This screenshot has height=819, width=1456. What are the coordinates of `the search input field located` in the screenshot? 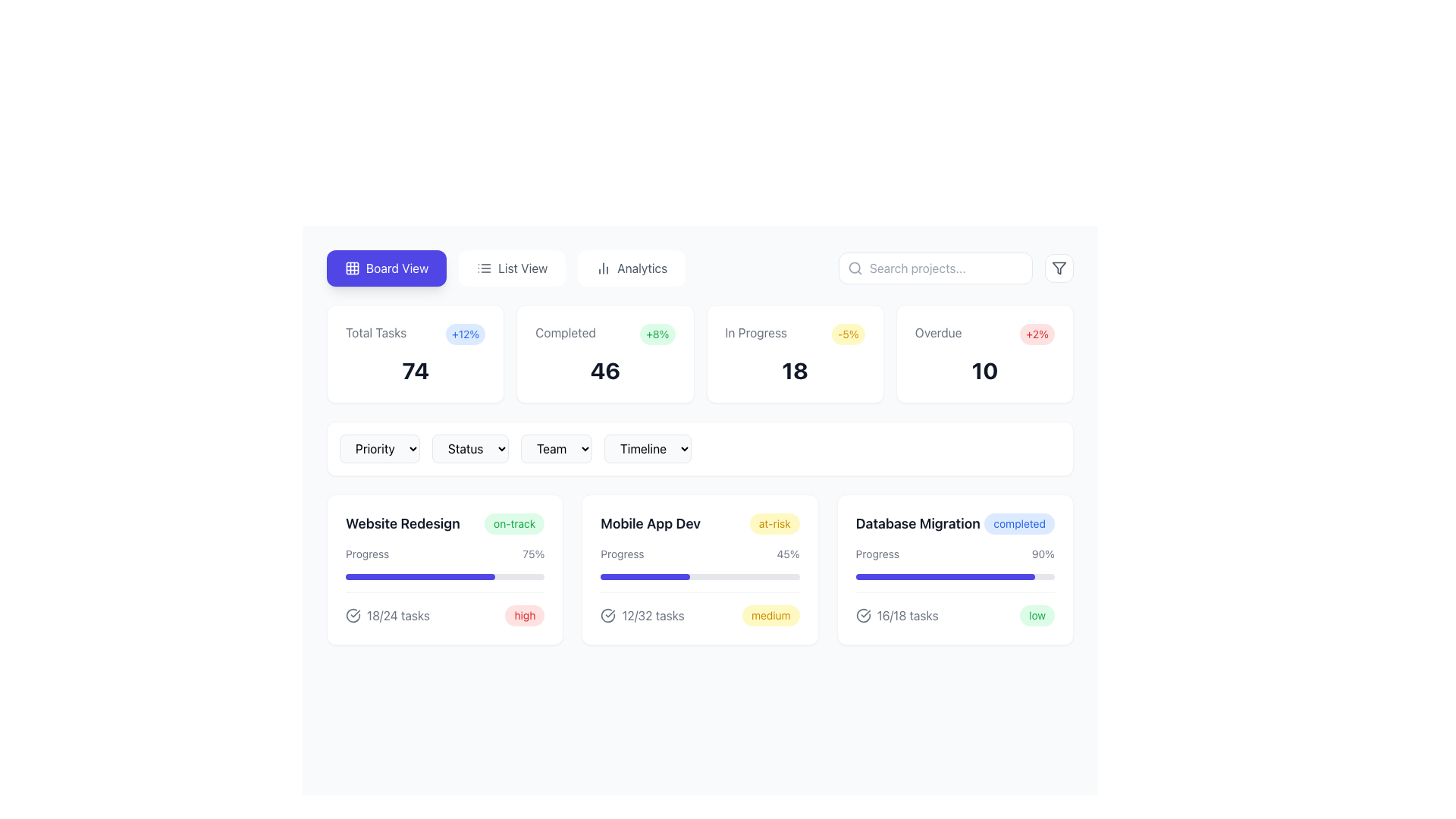 It's located at (934, 268).